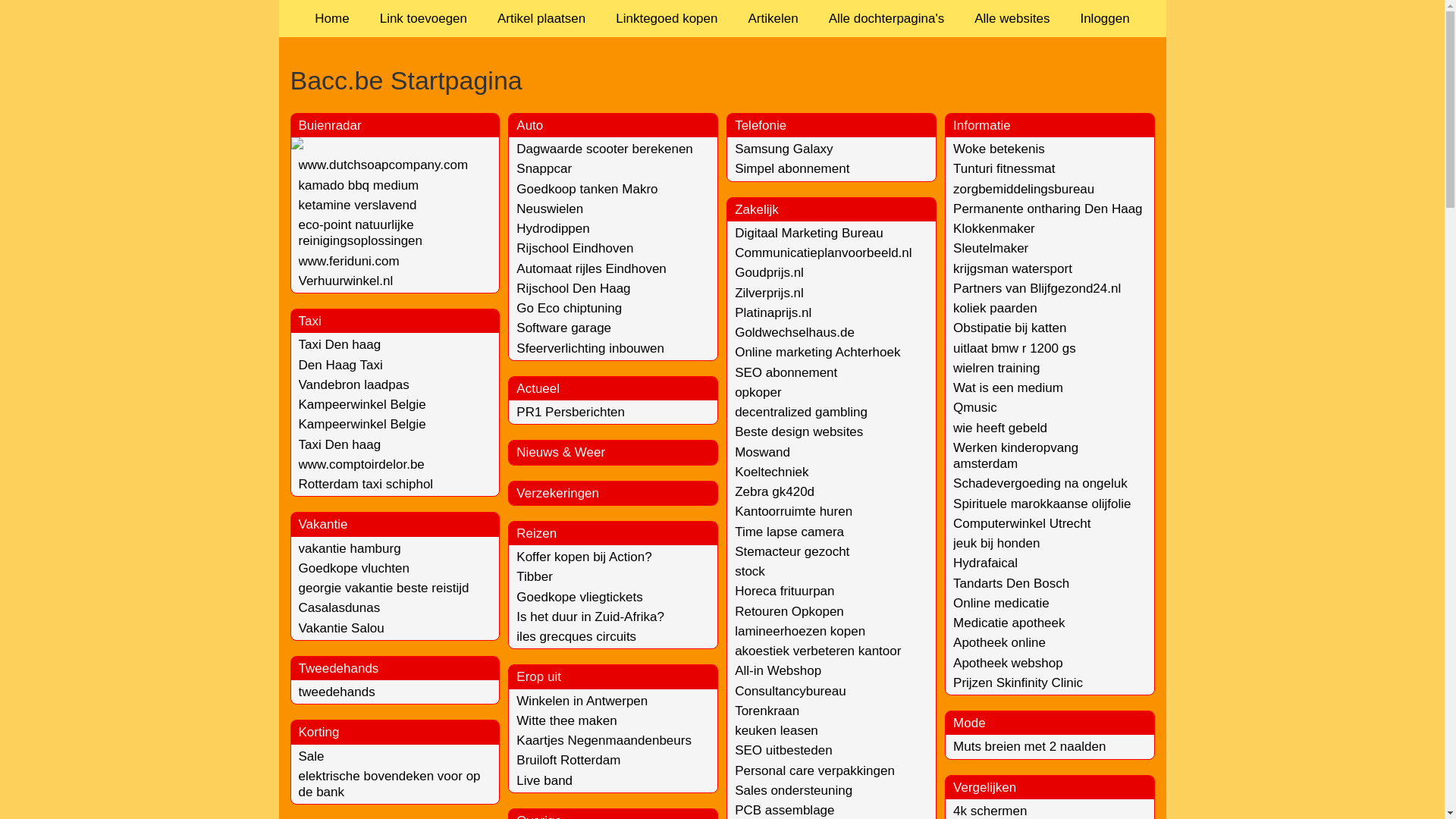  I want to click on 'Tweedehands', so click(337, 667).